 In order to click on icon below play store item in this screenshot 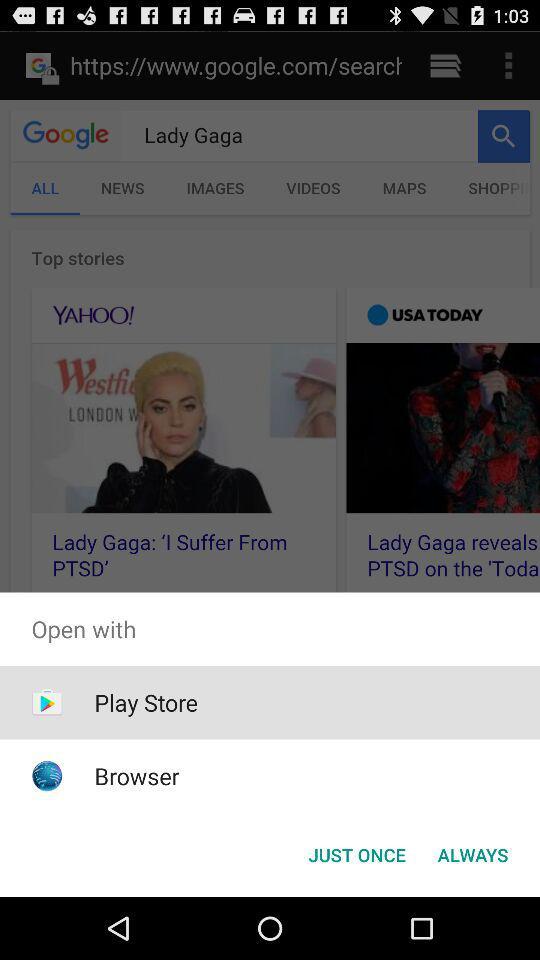, I will do `click(136, 775)`.